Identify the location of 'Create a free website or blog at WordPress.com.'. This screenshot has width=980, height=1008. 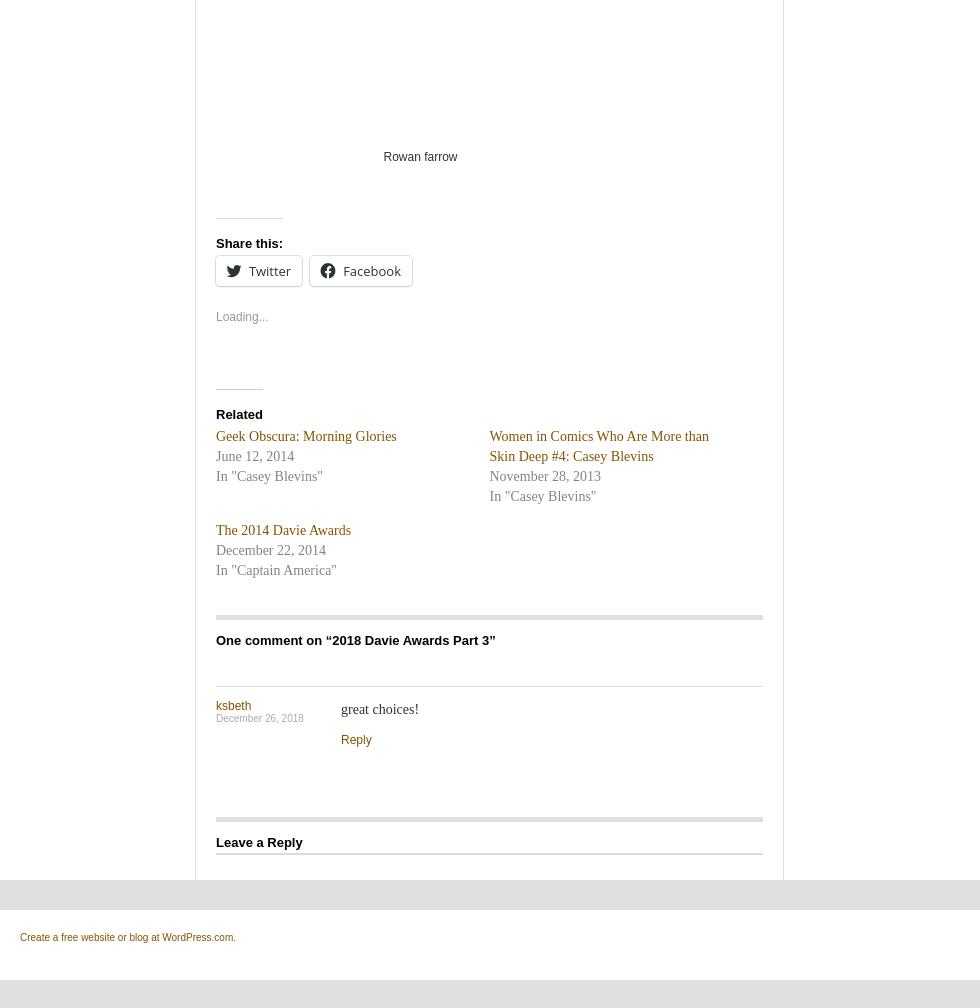
(127, 936).